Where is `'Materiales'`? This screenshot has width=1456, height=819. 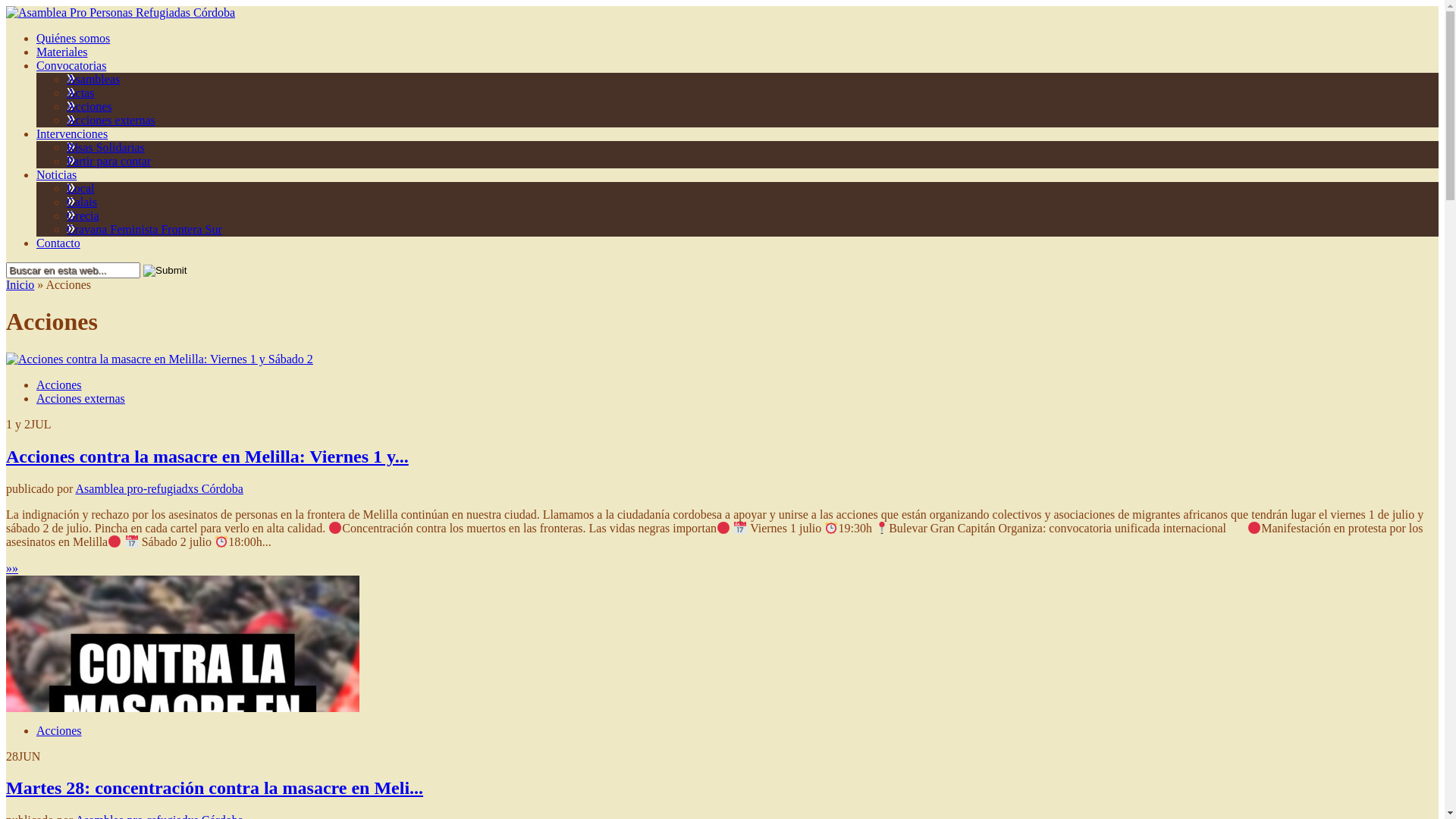
'Materiales' is located at coordinates (61, 51).